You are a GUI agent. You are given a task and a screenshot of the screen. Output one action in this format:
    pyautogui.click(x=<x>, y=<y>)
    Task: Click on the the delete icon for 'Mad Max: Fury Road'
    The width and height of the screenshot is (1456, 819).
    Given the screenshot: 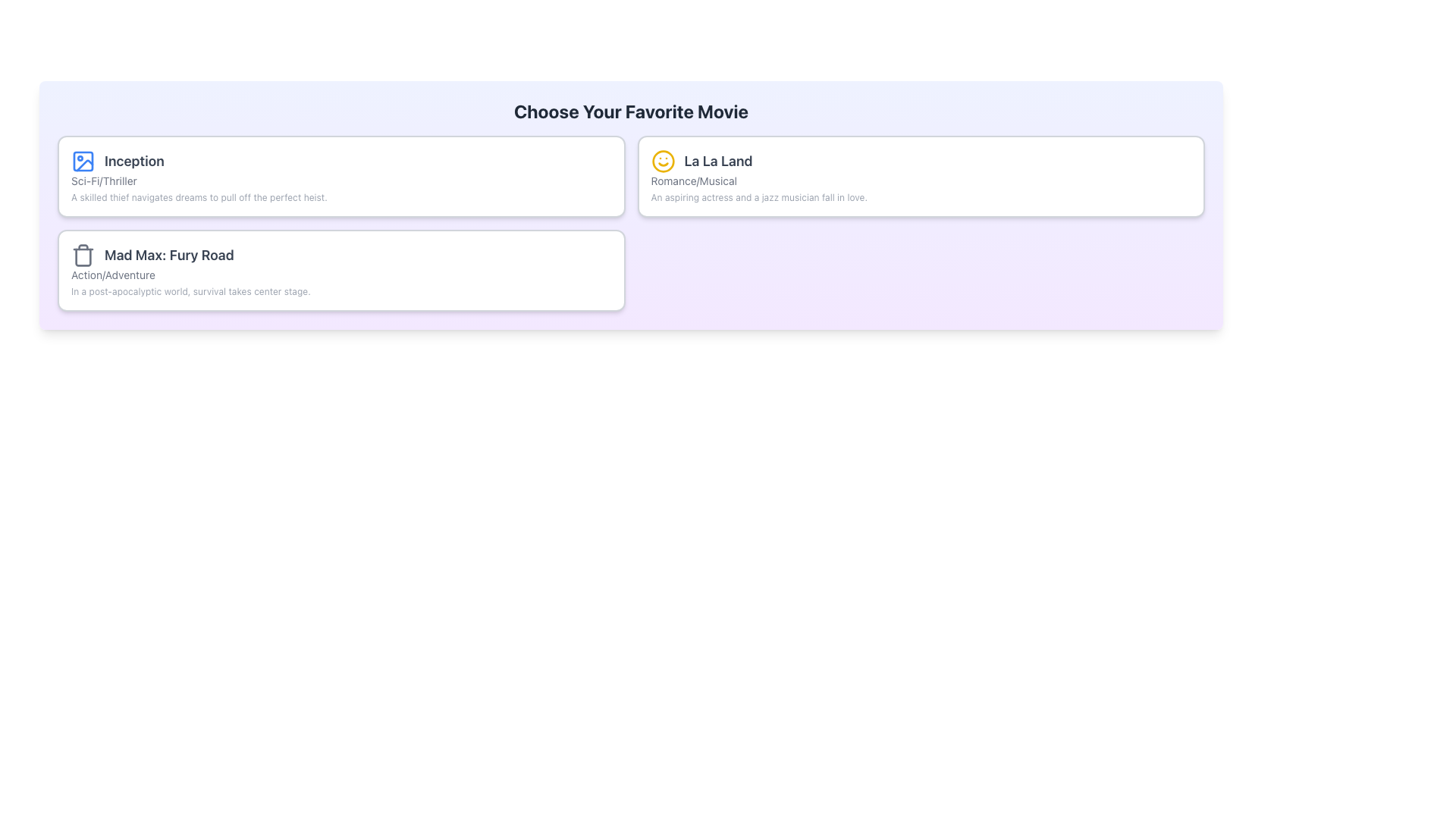 What is the action you would take?
    pyautogui.click(x=83, y=254)
    